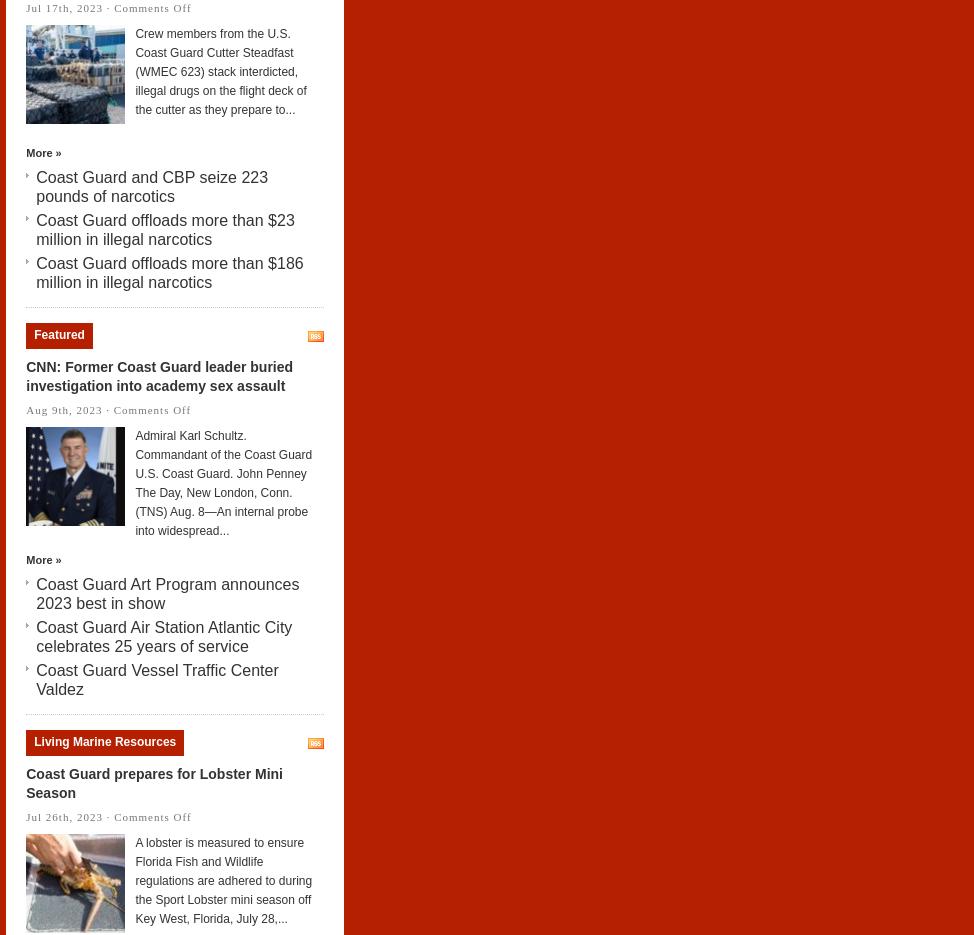 The height and width of the screenshot is (935, 974). I want to click on 'Coast Guard prepares for Lobster Mini Season', so click(152, 782).